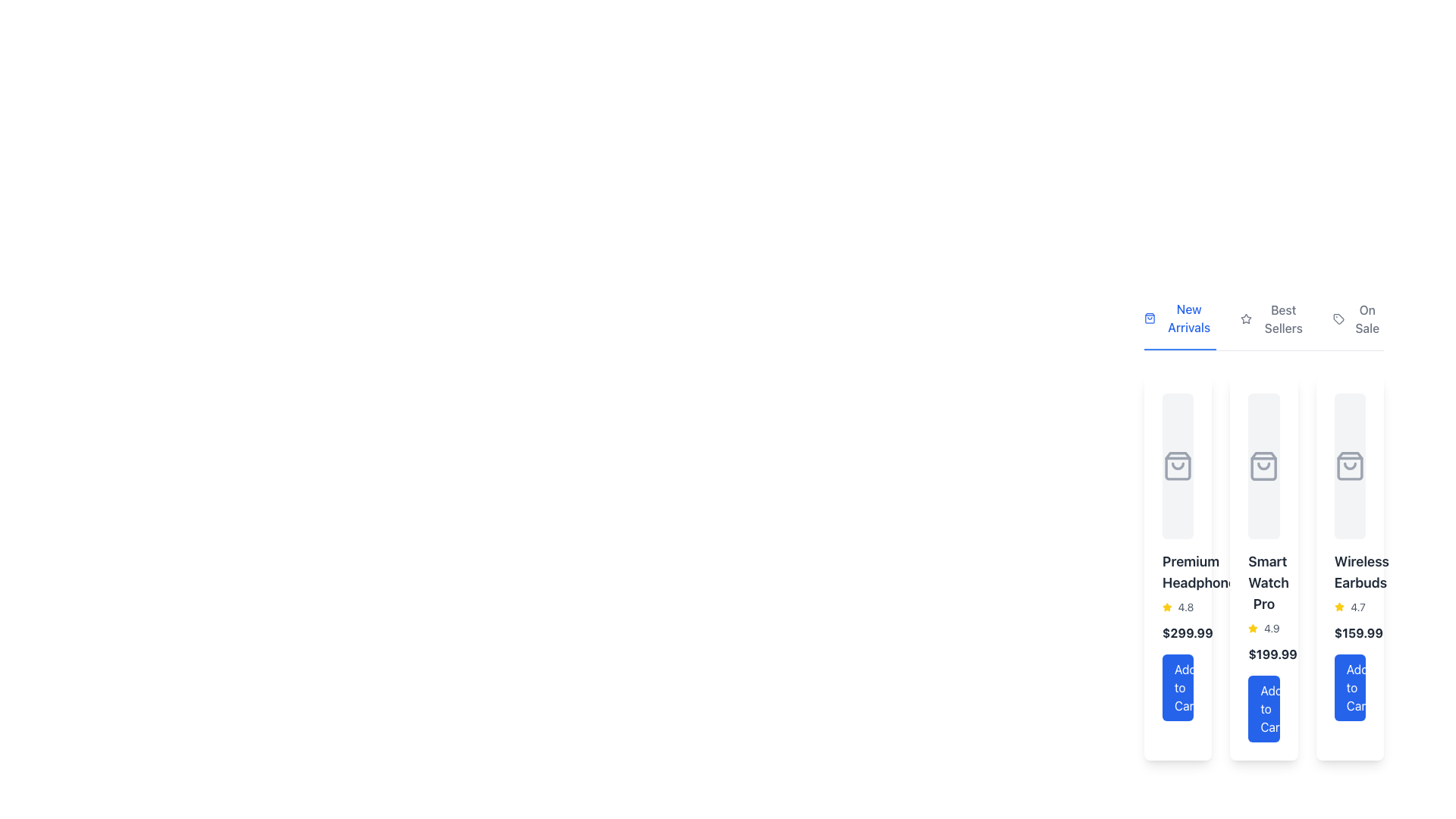 The image size is (1456, 819). What do you see at coordinates (1358, 632) in the screenshot?
I see `the price displayed in the text label located within the product card for 'Wireless Earbuds', positioned under the product title and rating, just above the 'Add to Cart' button` at bounding box center [1358, 632].